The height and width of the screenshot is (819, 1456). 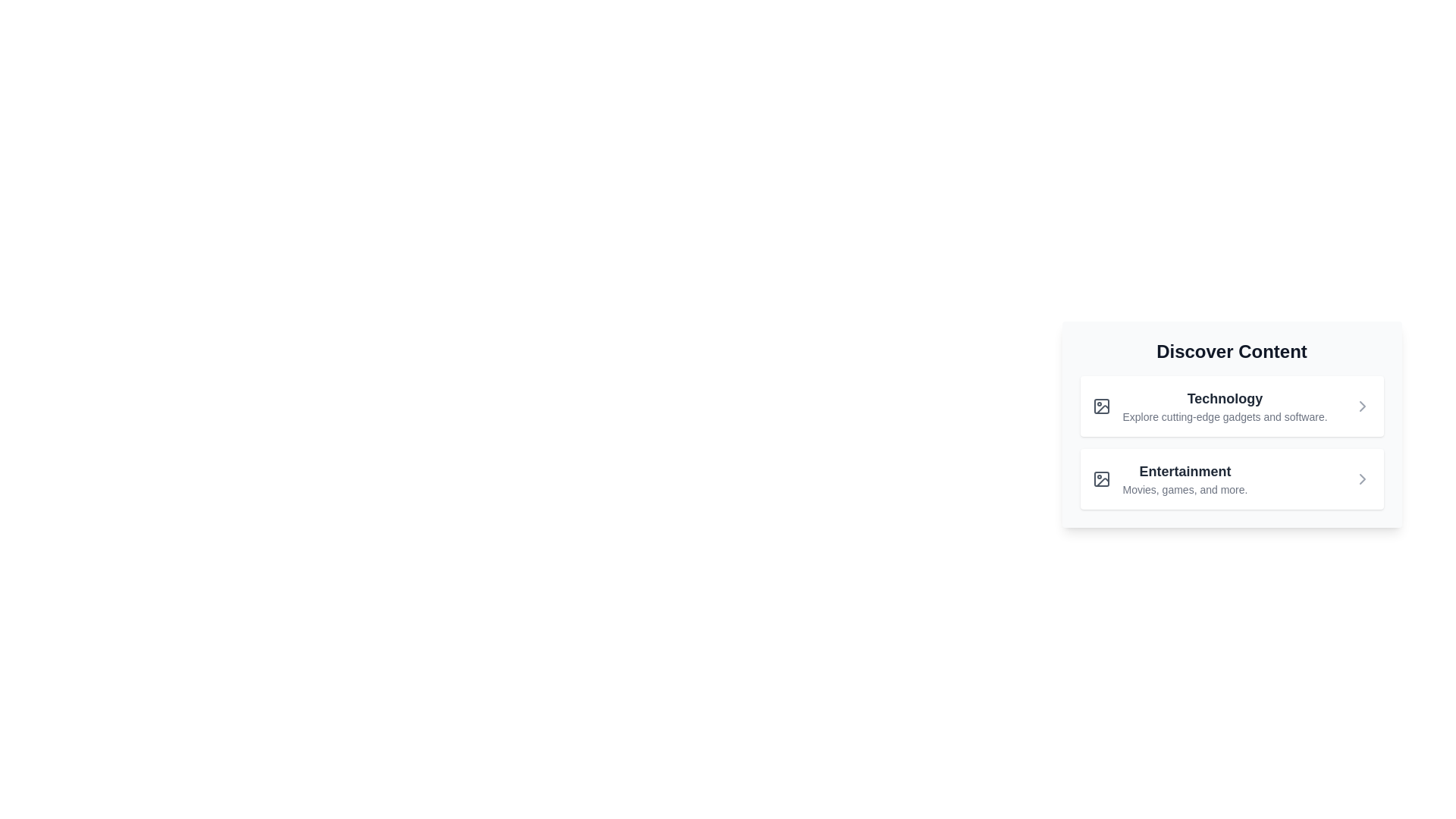 What do you see at coordinates (1101, 406) in the screenshot?
I see `the minimalist gray icon styled as an image outline, located to the left of the 'Technology' text within the 'Discover Content' section` at bounding box center [1101, 406].